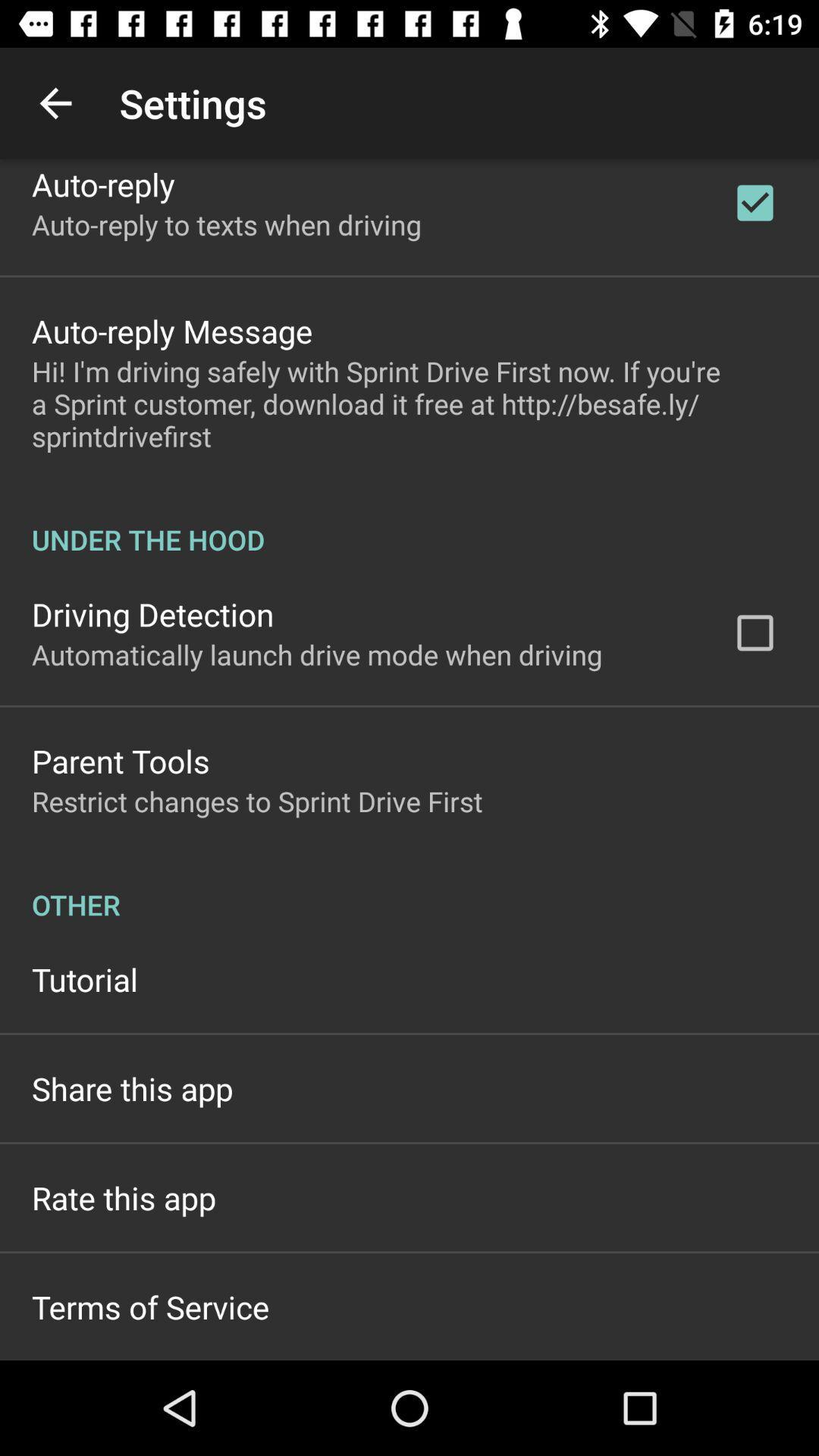 The width and height of the screenshot is (819, 1456). What do you see at coordinates (85, 979) in the screenshot?
I see `the icon above share this app` at bounding box center [85, 979].